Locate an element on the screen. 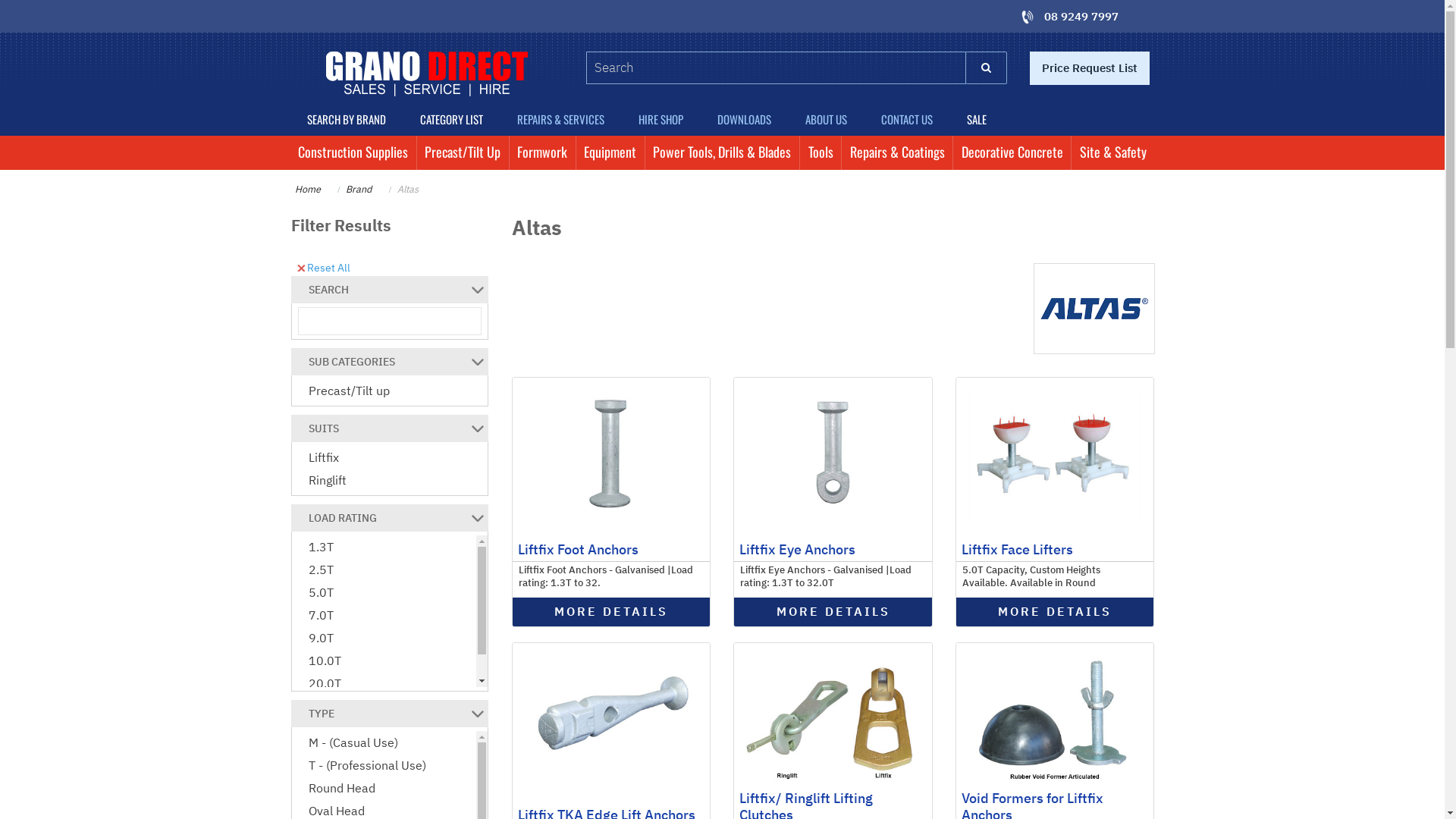 The image size is (1456, 819). 'Construction Supplies' is located at coordinates (290, 152).